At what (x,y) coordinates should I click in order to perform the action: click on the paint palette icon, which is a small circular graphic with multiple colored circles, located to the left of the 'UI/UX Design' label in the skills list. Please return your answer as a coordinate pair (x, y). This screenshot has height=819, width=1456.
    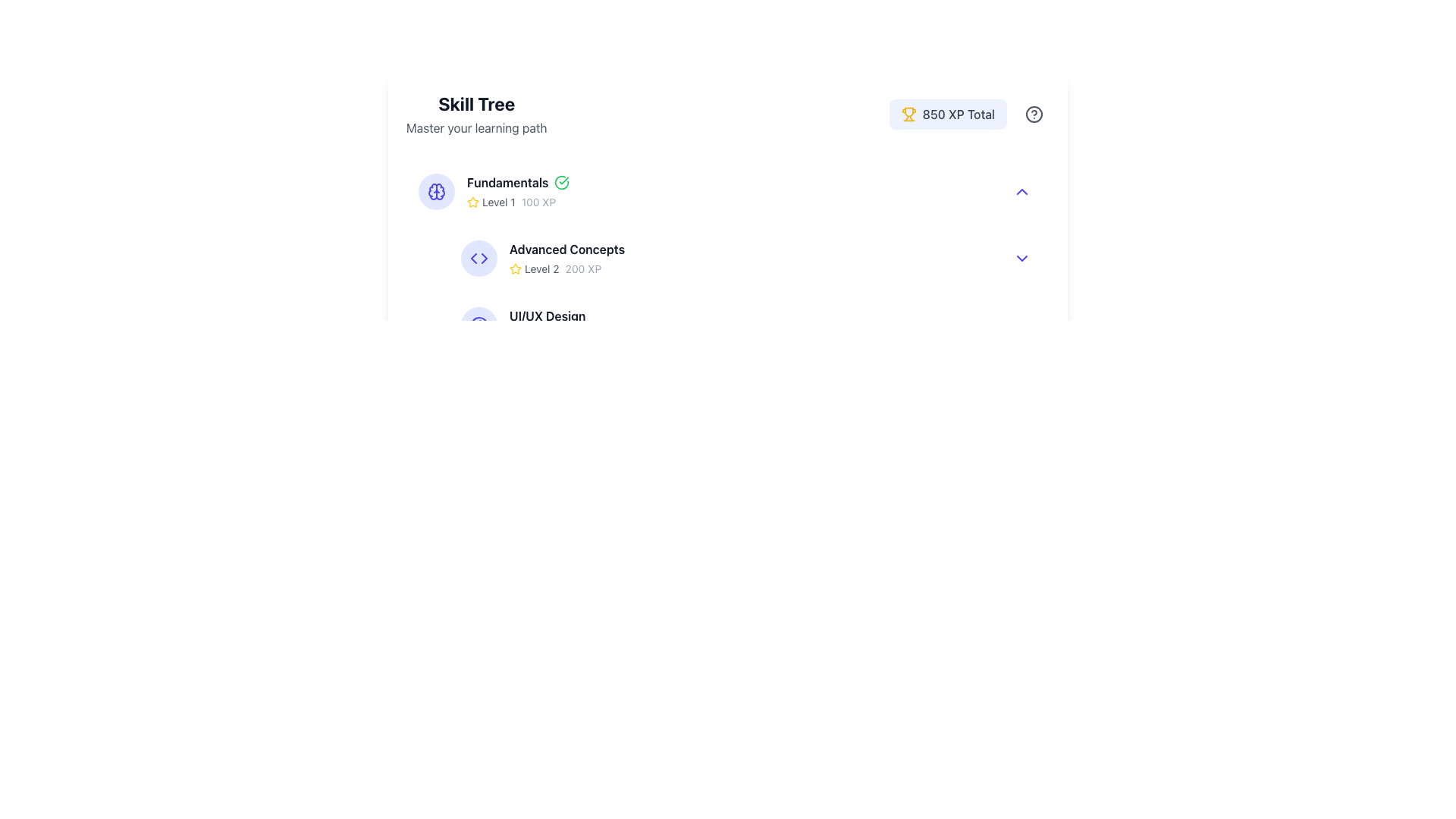
    Looking at the image, I should click on (479, 324).